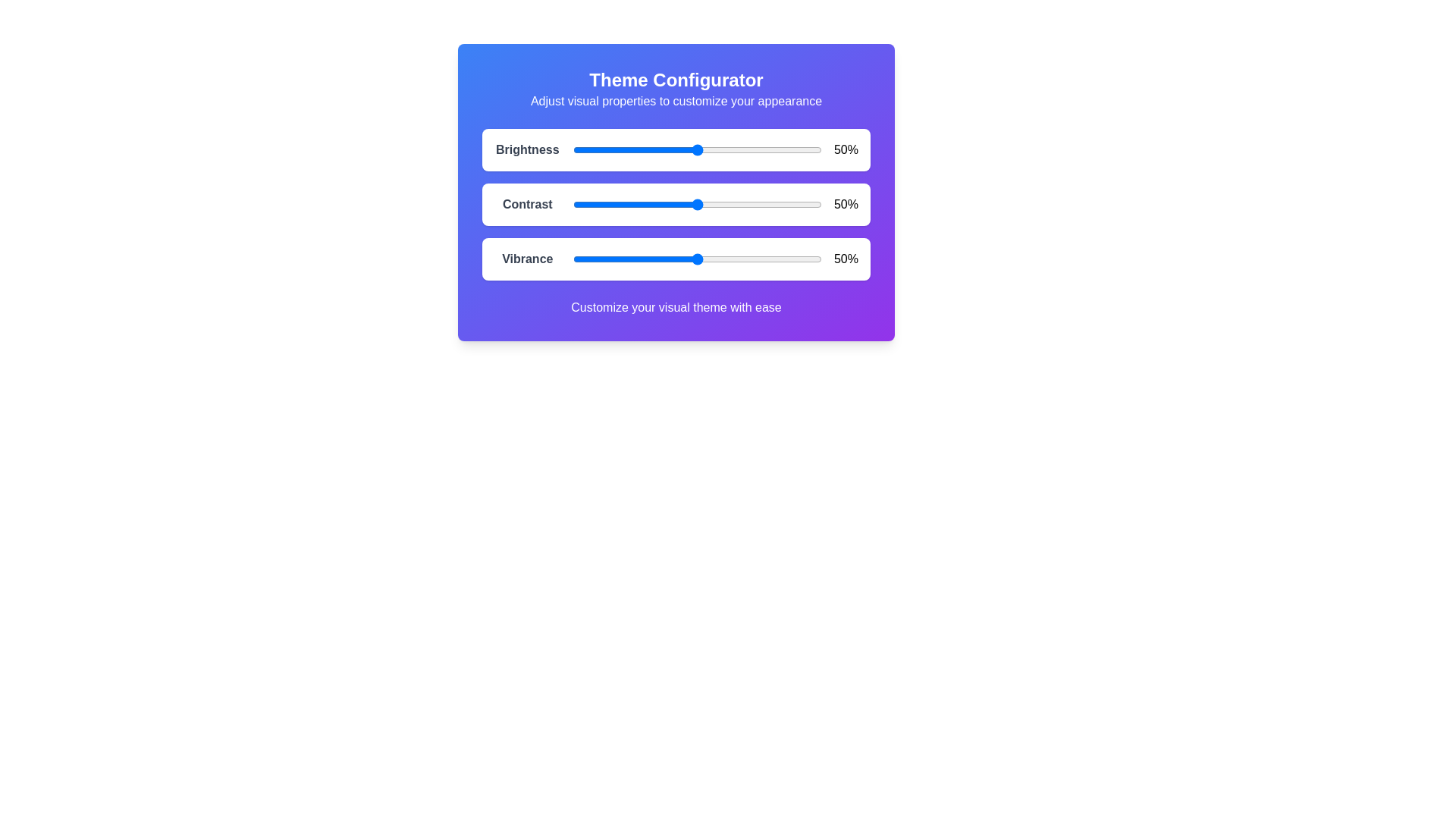 The width and height of the screenshot is (1456, 819). I want to click on the brightness slider to 31%, so click(650, 149).